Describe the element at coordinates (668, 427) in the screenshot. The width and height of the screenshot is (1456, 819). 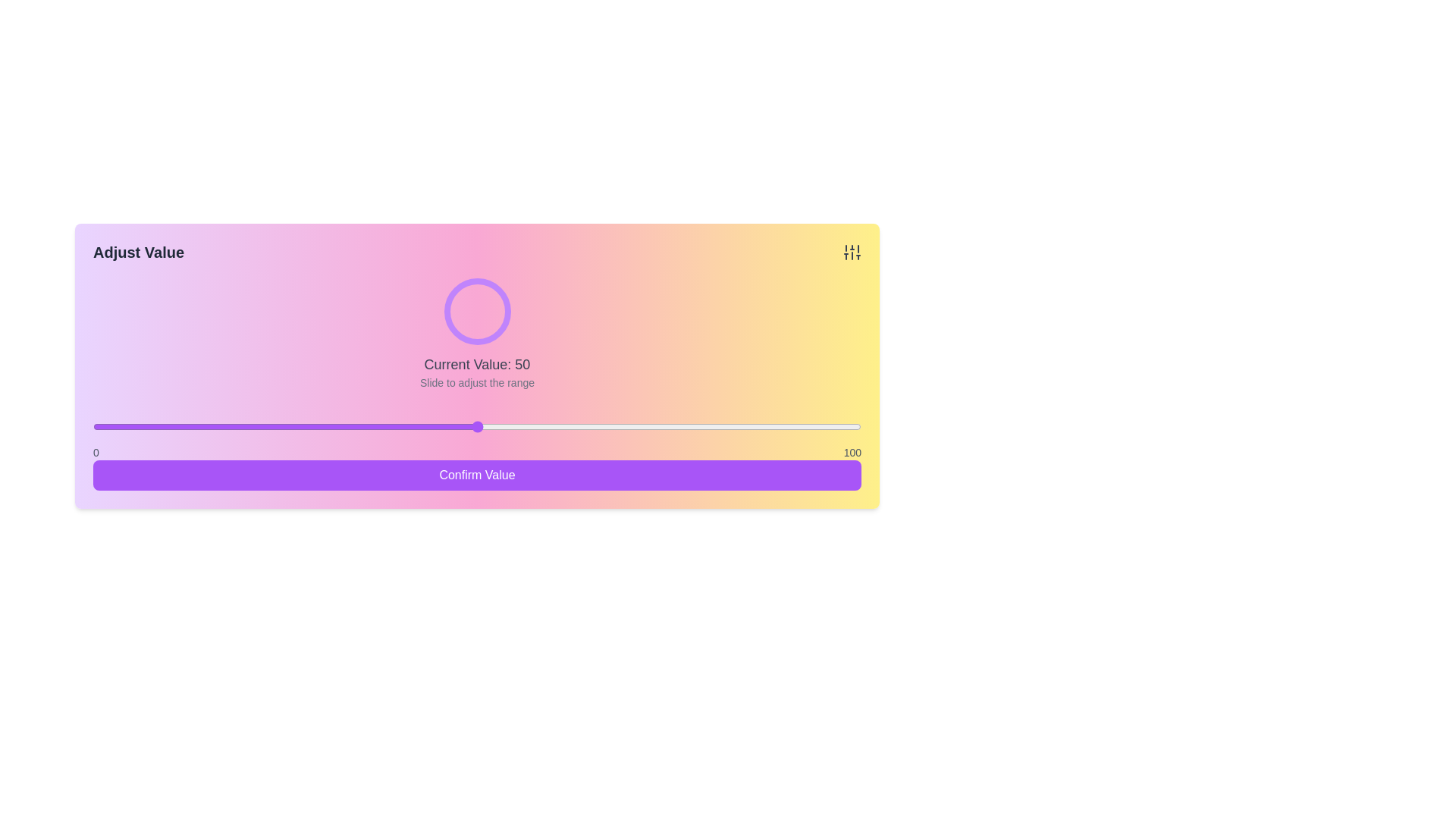
I see `the slider to set the value to 75` at that location.